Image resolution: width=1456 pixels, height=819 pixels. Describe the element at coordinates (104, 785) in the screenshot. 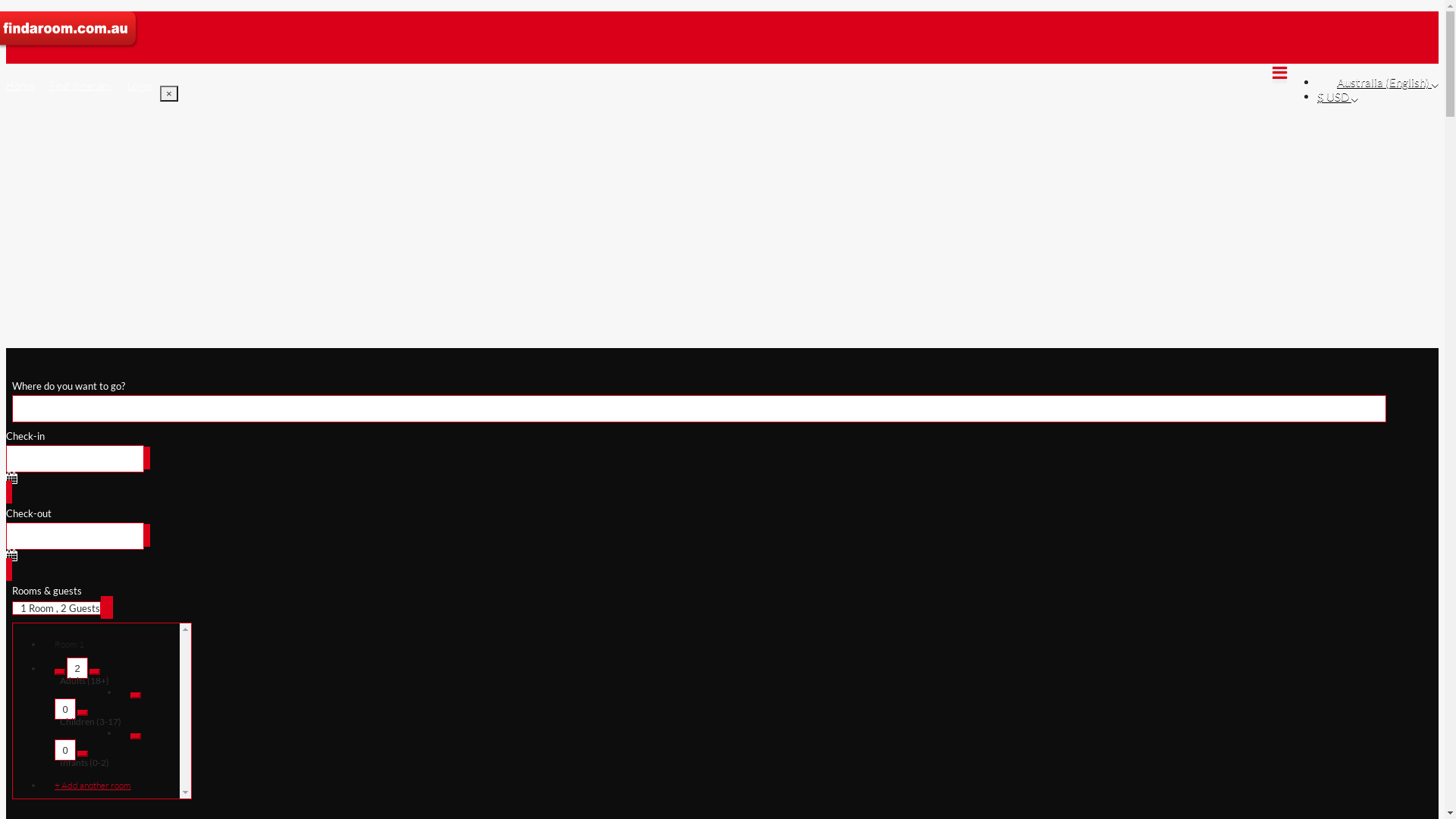

I see `'+ Add another room'` at that location.